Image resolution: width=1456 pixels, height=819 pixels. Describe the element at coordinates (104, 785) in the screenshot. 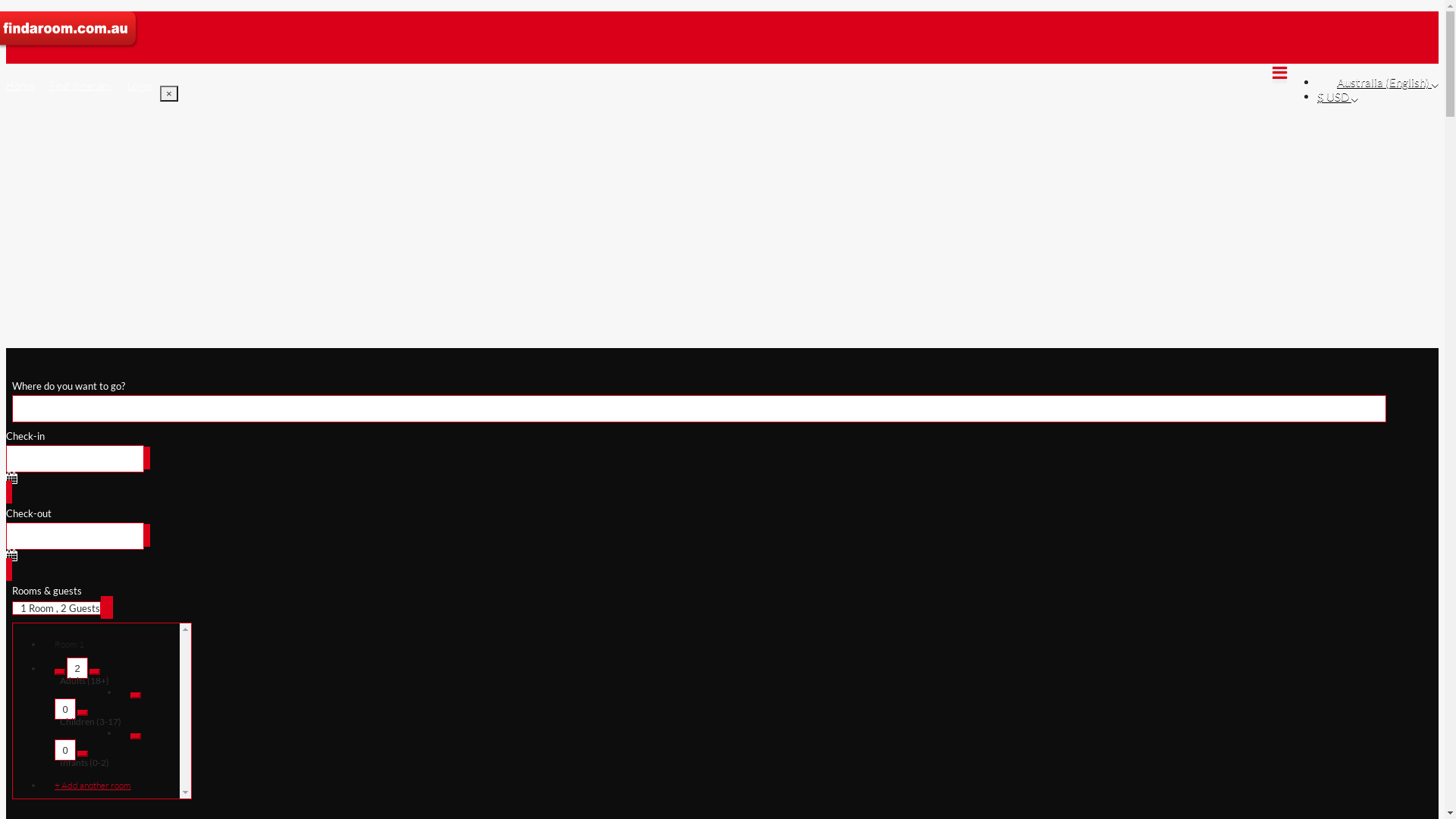

I see `'+ Add another room'` at that location.